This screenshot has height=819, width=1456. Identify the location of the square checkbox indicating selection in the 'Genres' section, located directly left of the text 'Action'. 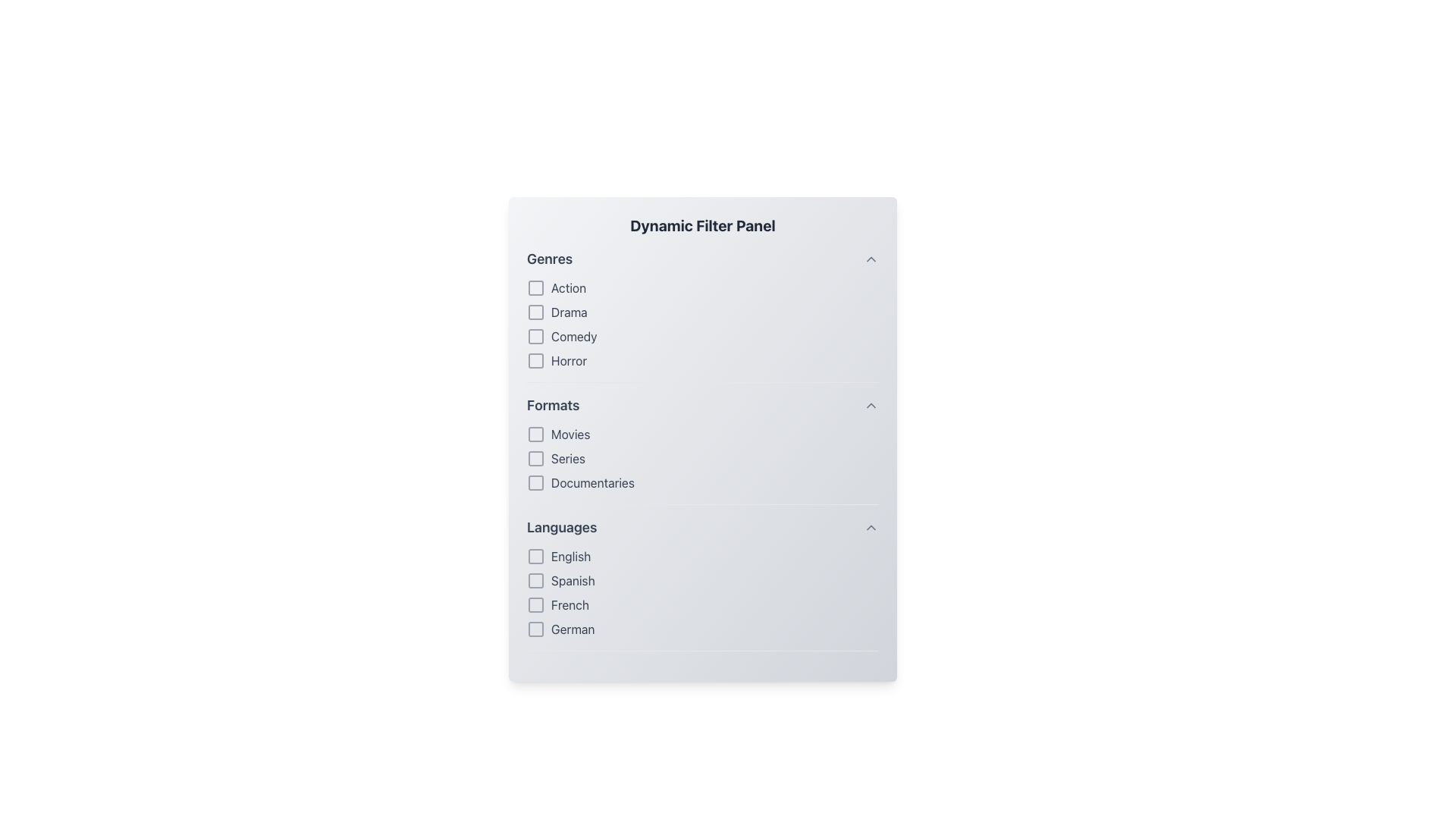
(535, 288).